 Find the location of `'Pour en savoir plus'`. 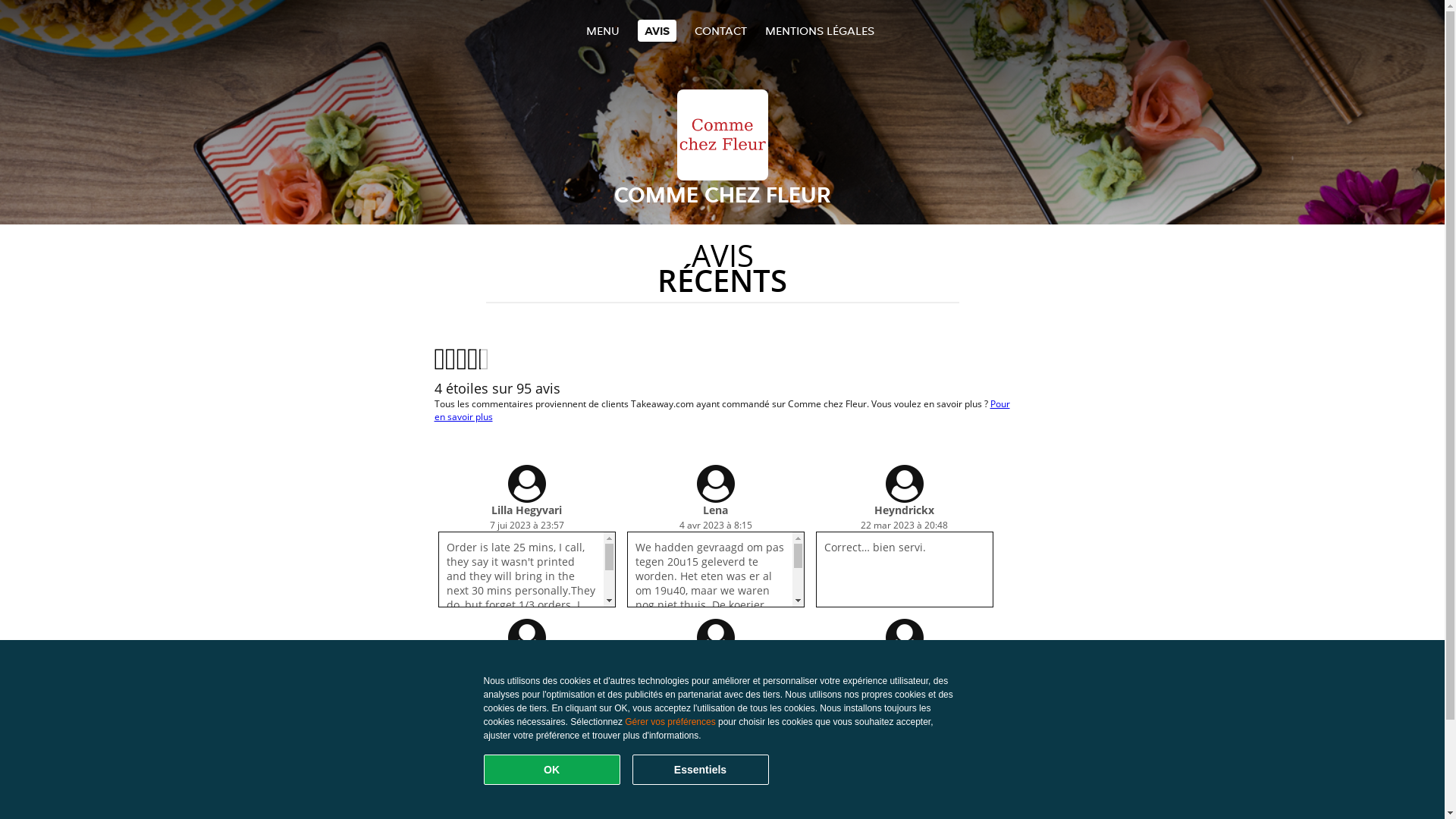

'Pour en savoir plus' is located at coordinates (720, 409).